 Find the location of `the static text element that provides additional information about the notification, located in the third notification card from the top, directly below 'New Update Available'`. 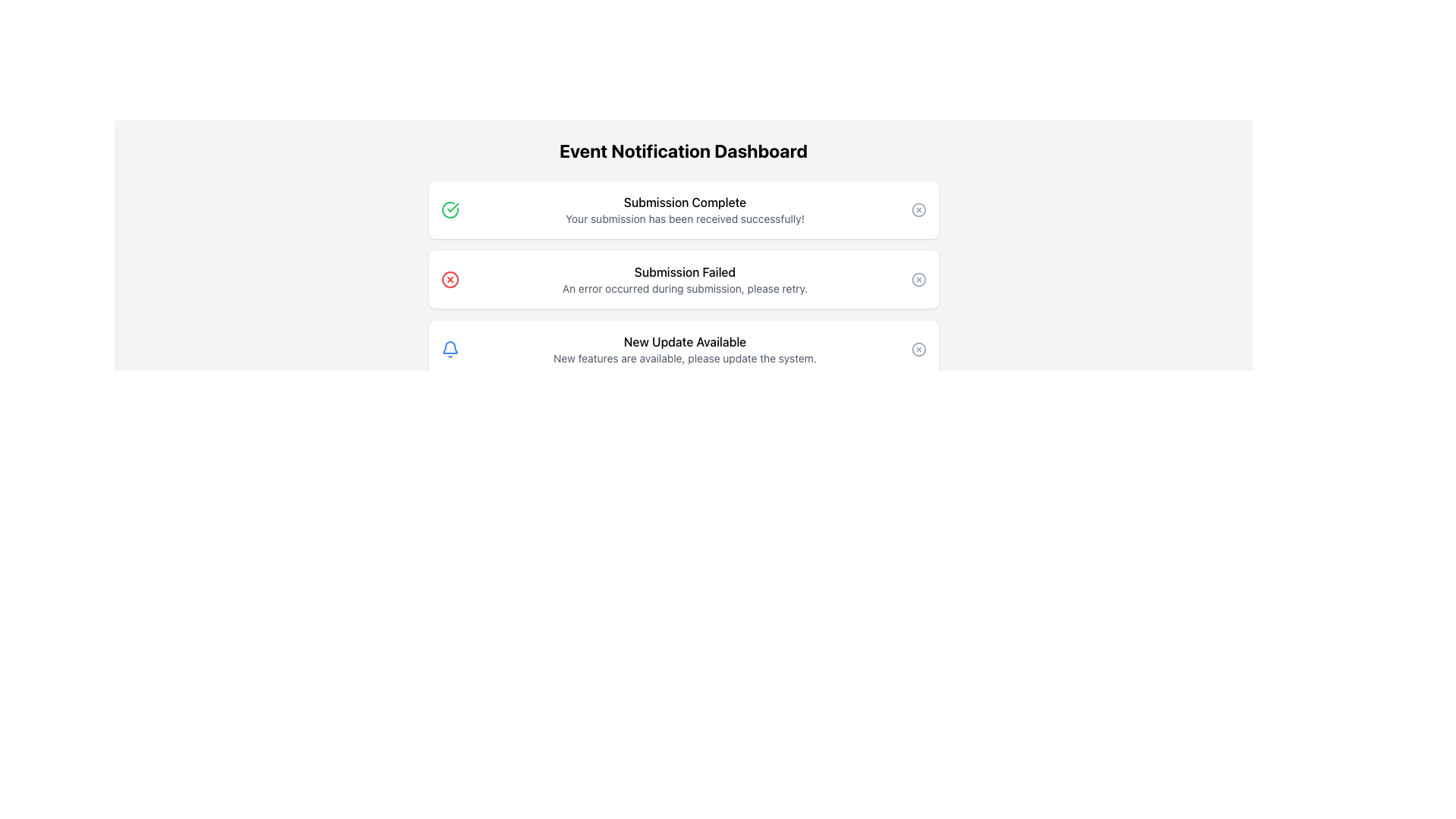

the static text element that provides additional information about the notification, located in the third notification card from the top, directly below 'New Update Available' is located at coordinates (684, 359).